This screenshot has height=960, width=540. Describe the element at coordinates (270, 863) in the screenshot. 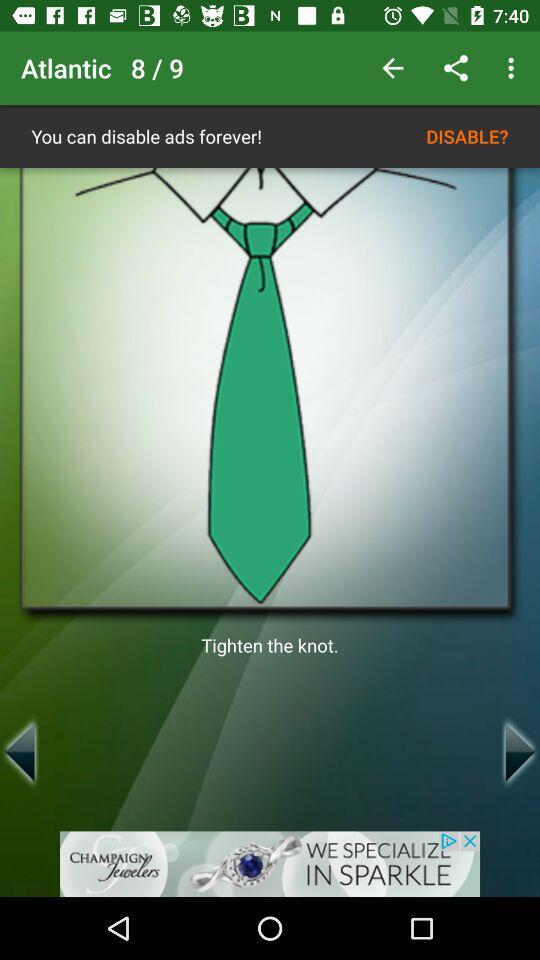

I see `click advertisement` at that location.